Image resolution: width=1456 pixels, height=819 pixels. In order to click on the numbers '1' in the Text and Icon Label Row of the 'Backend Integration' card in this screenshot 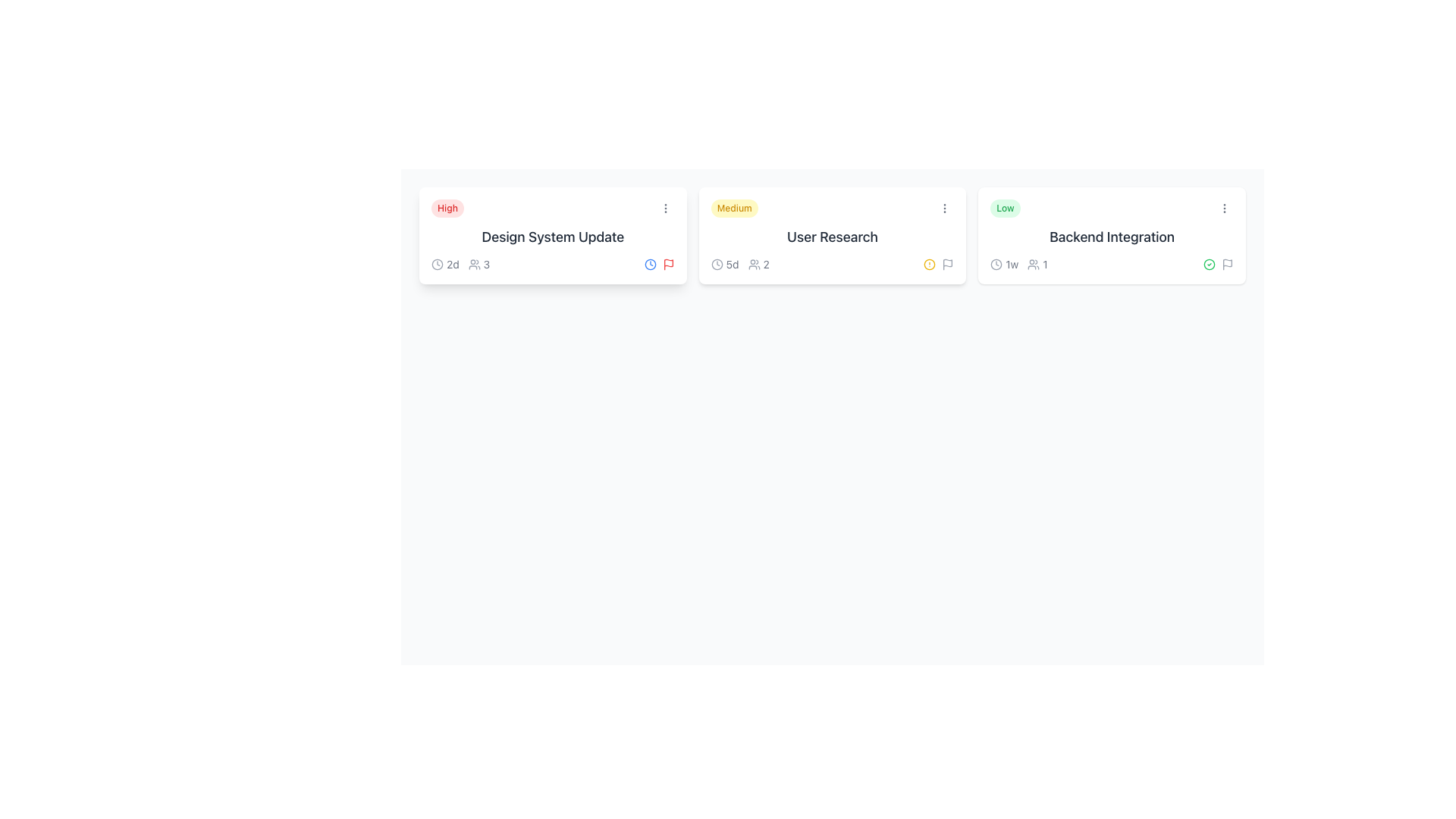, I will do `click(1019, 263)`.